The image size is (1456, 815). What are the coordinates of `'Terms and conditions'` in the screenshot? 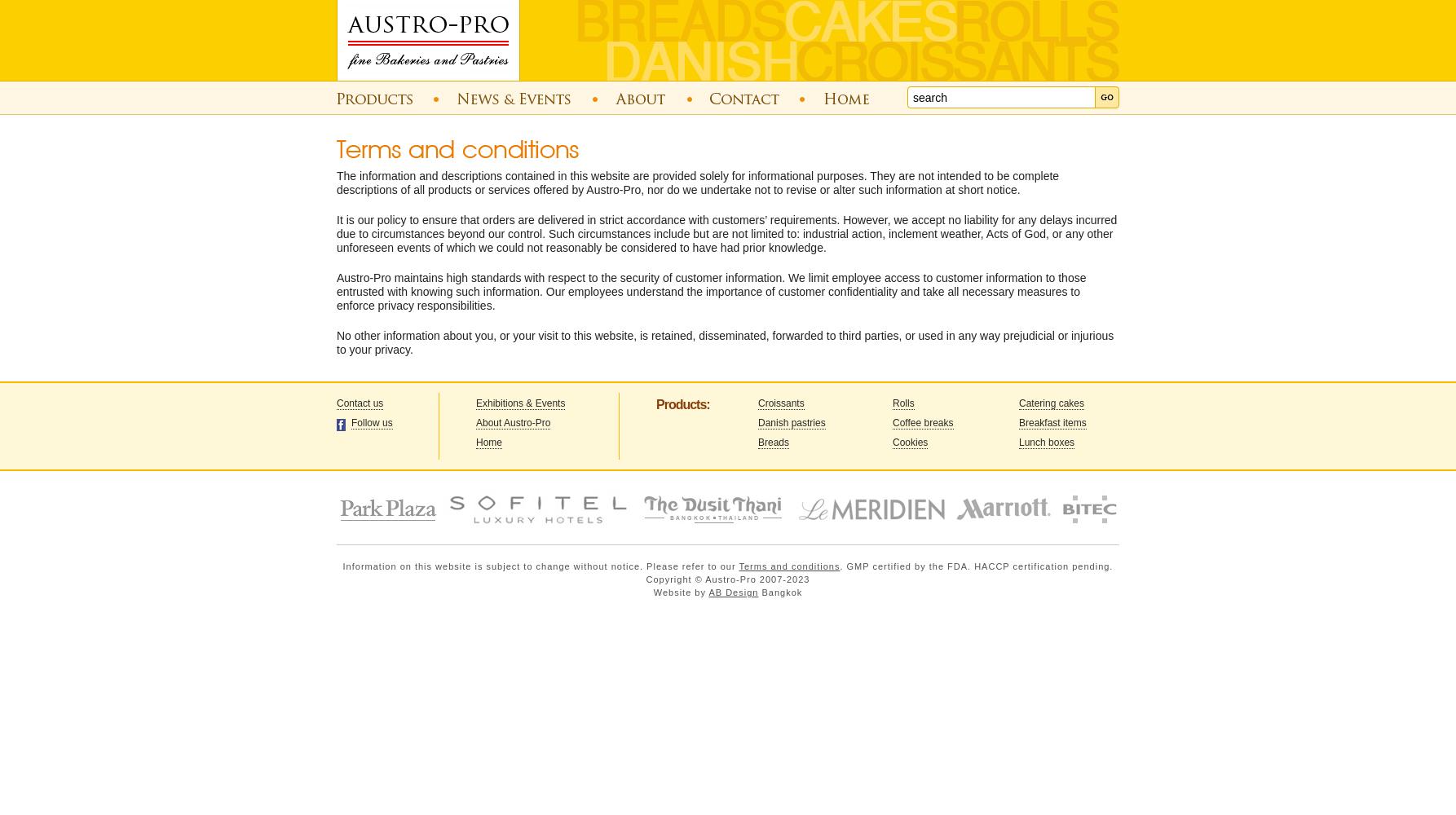 It's located at (789, 566).